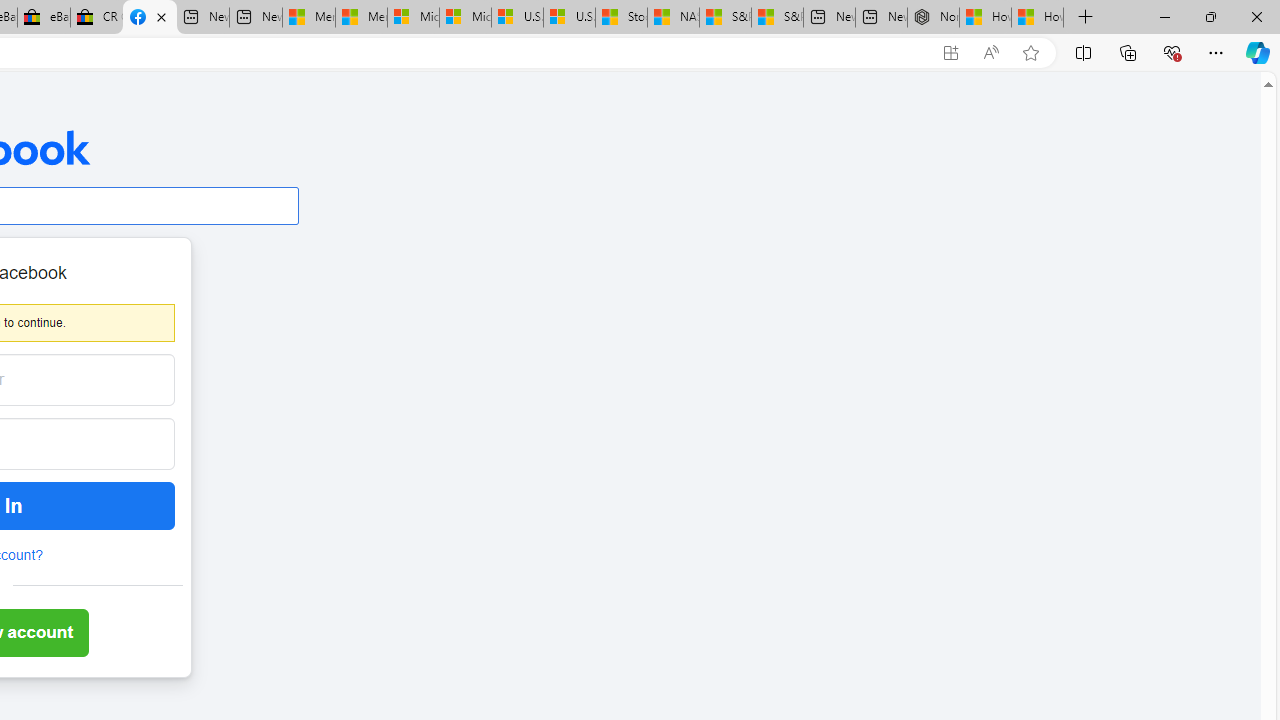 The height and width of the screenshot is (720, 1280). I want to click on 'S&P 500, Nasdaq end lower, weighed by Nvidia dip | Watch', so click(775, 17).